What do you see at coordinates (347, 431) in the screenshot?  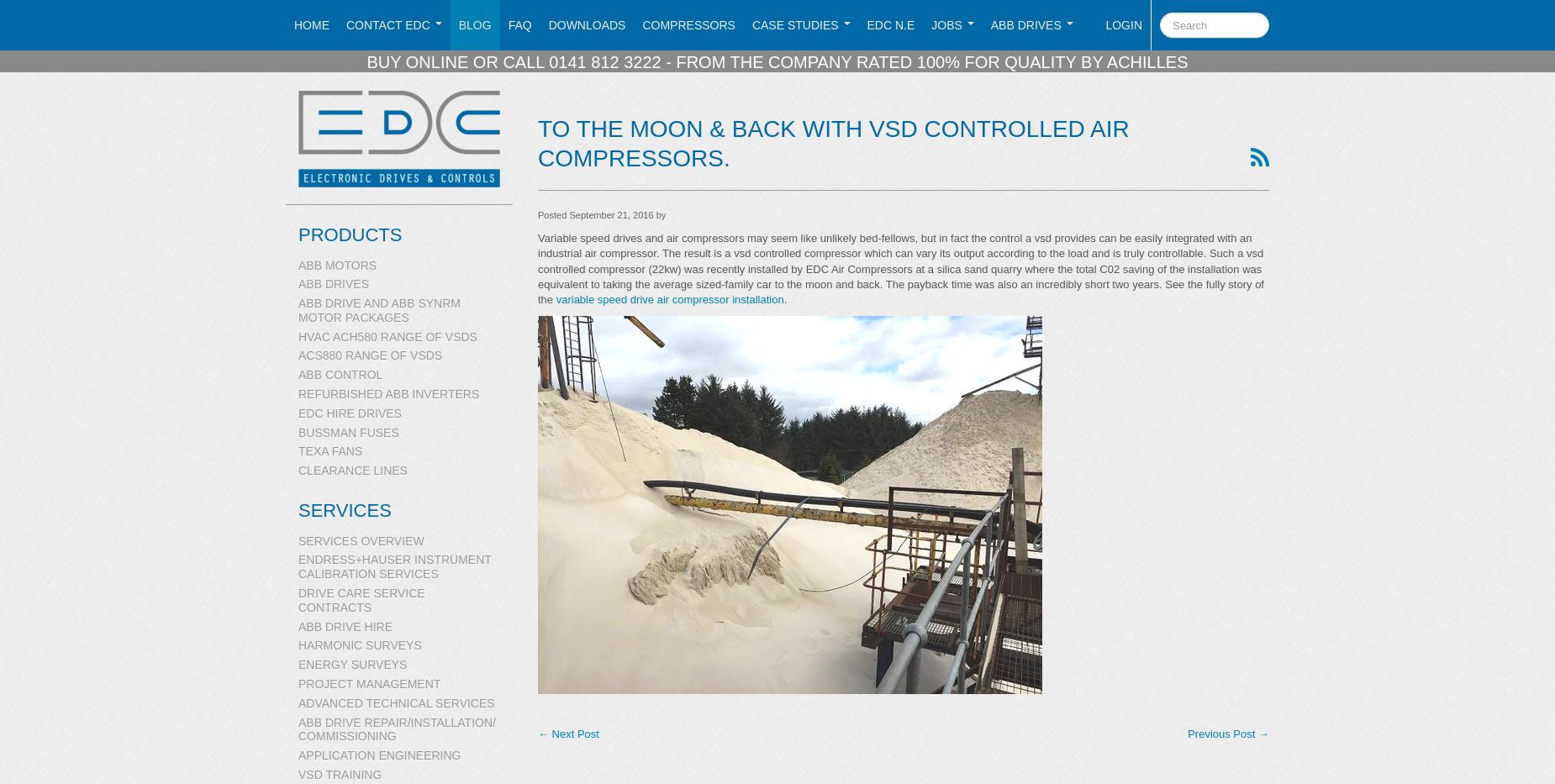 I see `'Bussman Fuses'` at bounding box center [347, 431].